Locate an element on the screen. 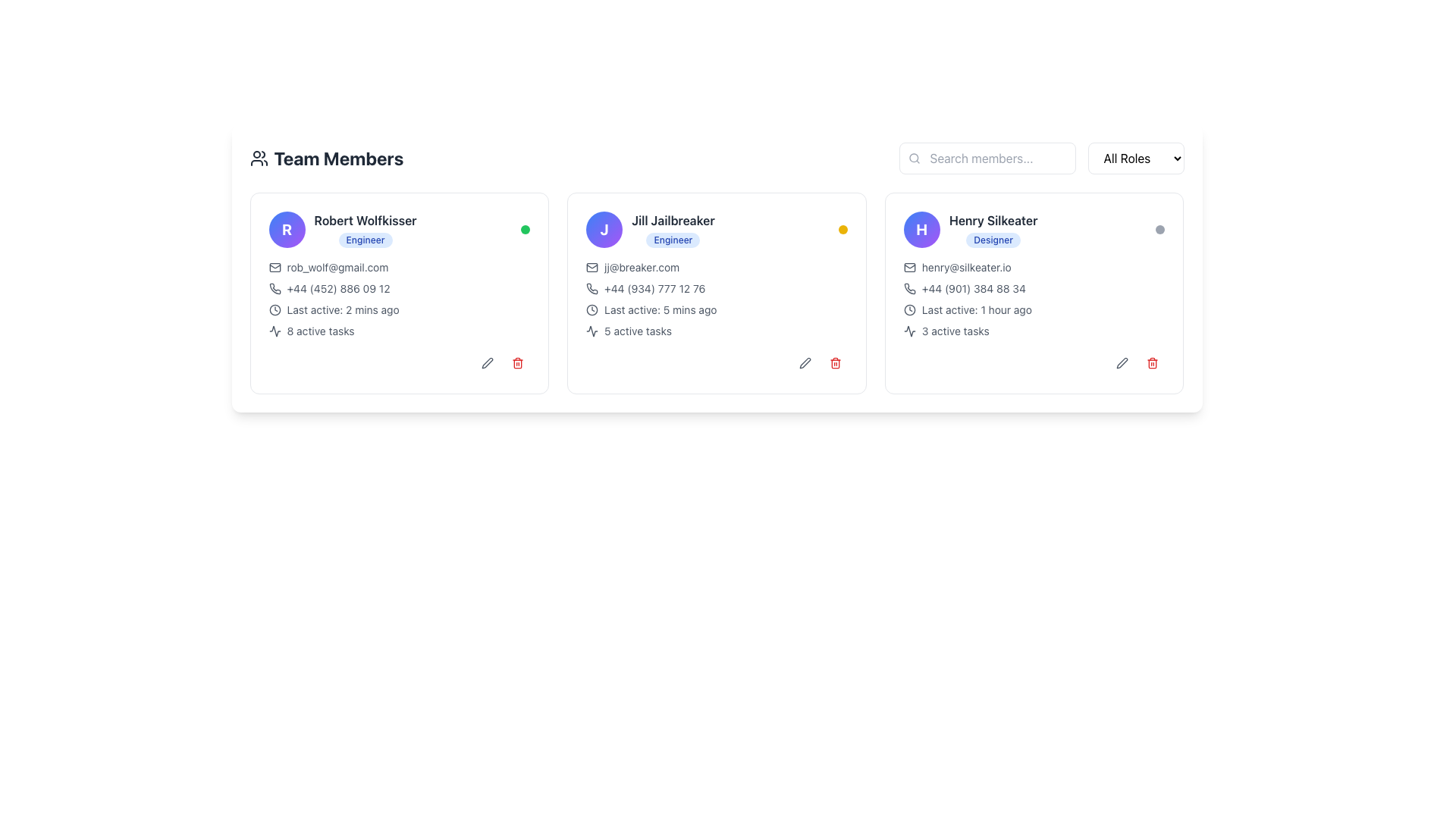  the SVG circle representing a clock icon next to the 'Last active' text in Robert Wolfkisser's profile card in the 'Team Members' section is located at coordinates (275, 309).